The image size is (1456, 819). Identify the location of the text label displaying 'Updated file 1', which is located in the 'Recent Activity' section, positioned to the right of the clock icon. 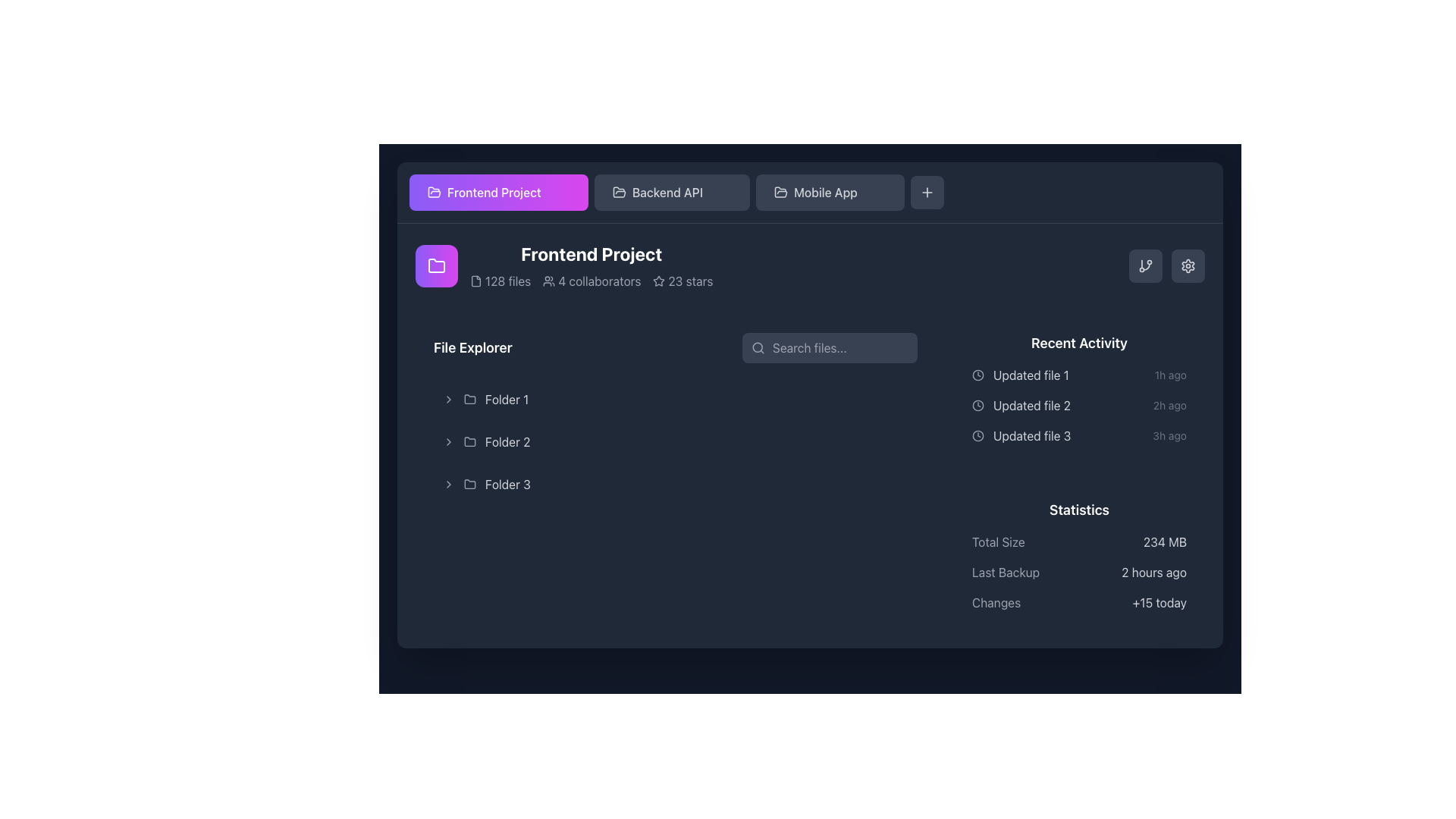
(1031, 375).